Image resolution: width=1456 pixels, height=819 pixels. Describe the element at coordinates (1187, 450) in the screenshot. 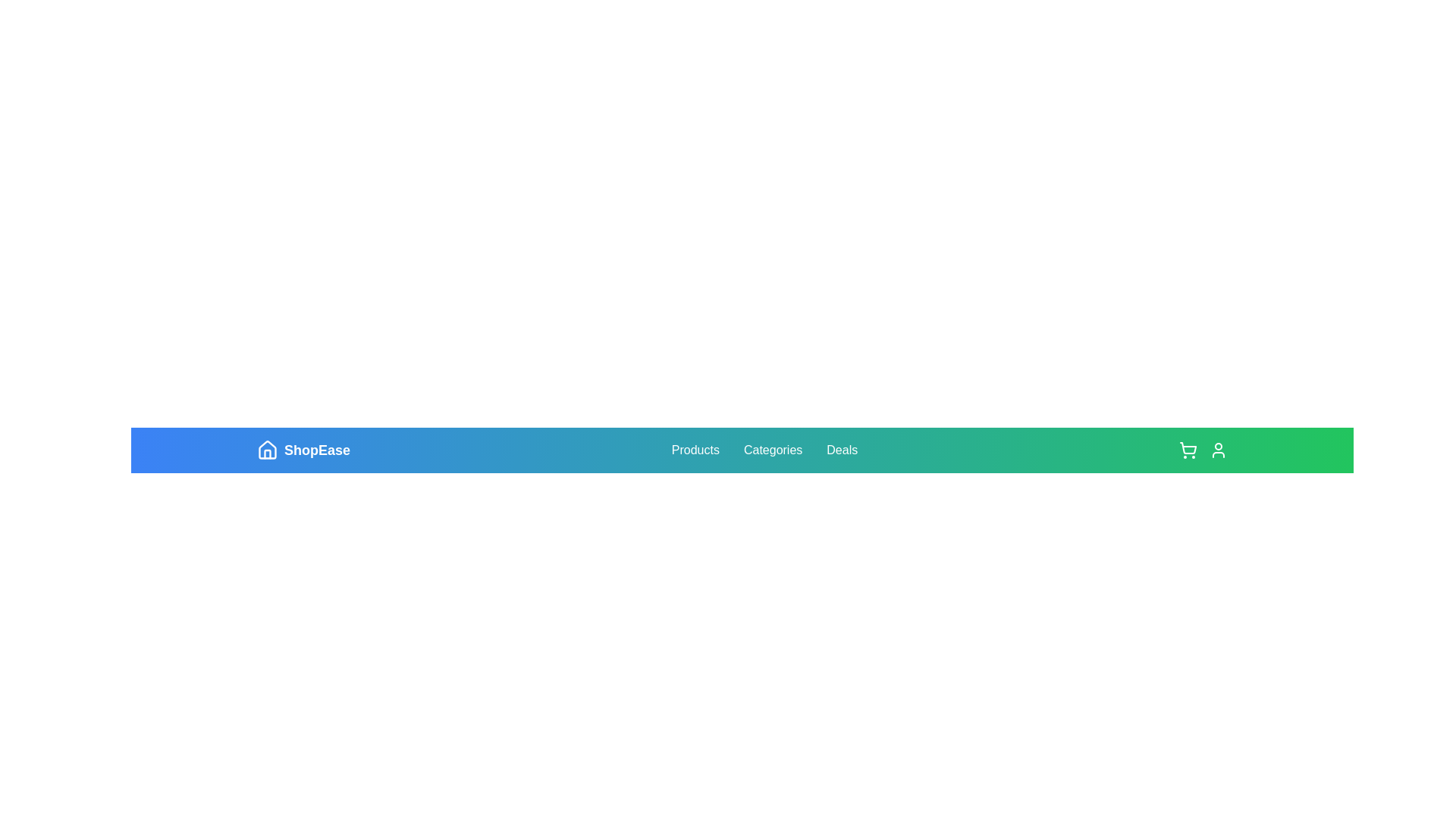

I see `the shopping cart icon located on the far-right side of the top navigation bar` at that location.